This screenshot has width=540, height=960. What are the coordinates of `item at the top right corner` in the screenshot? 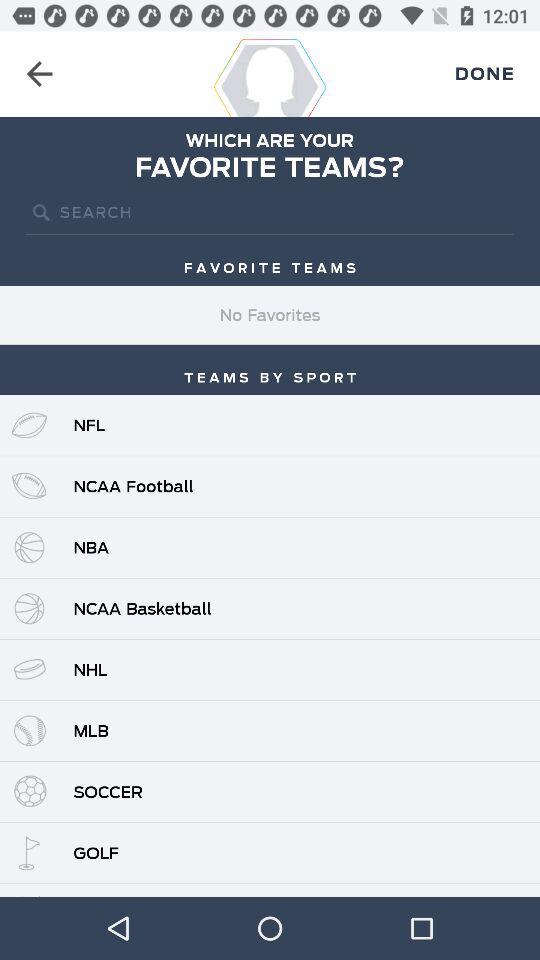 It's located at (483, 74).